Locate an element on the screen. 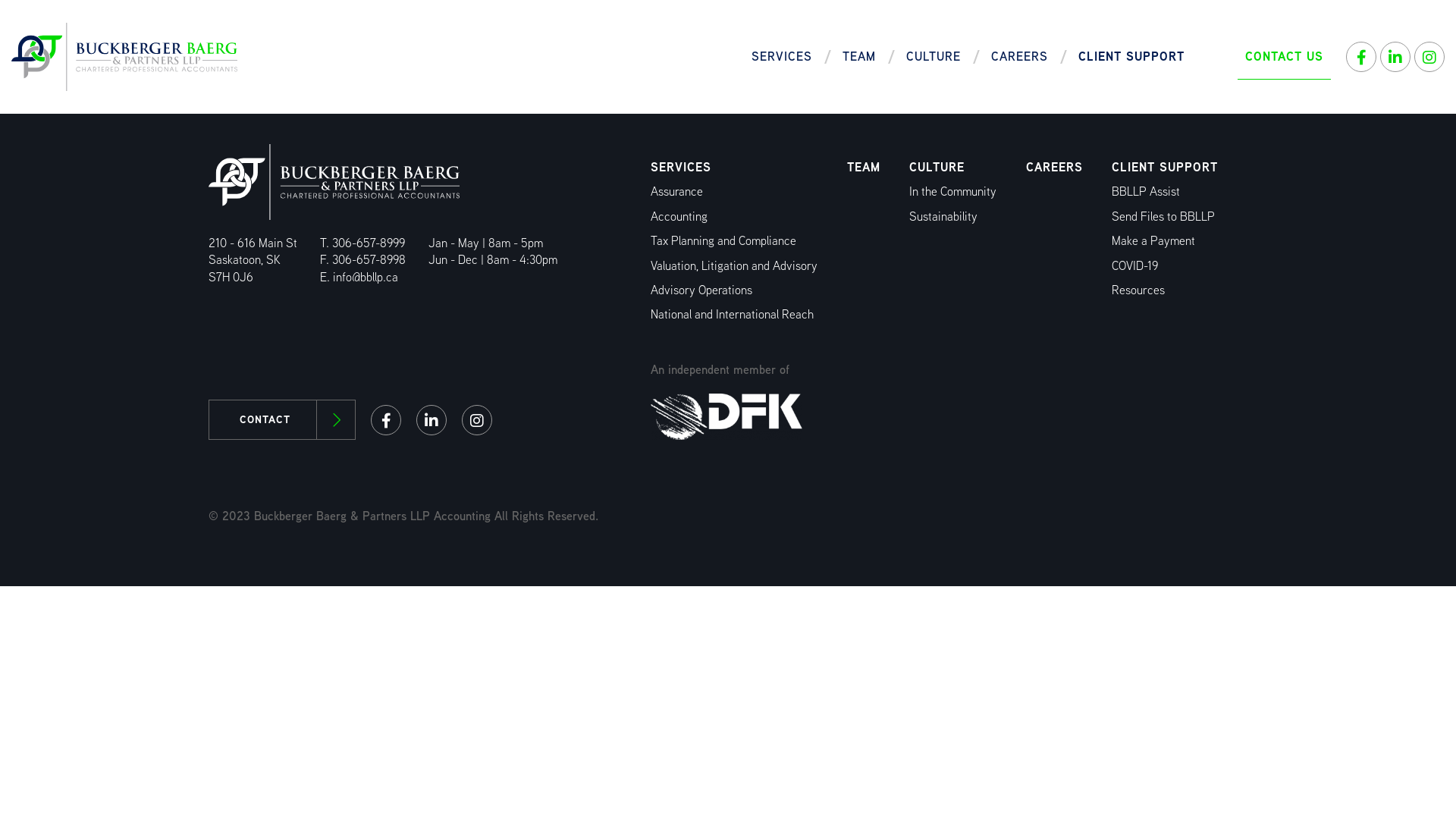 The height and width of the screenshot is (819, 1456). 'BBLLP Assist' is located at coordinates (1146, 190).